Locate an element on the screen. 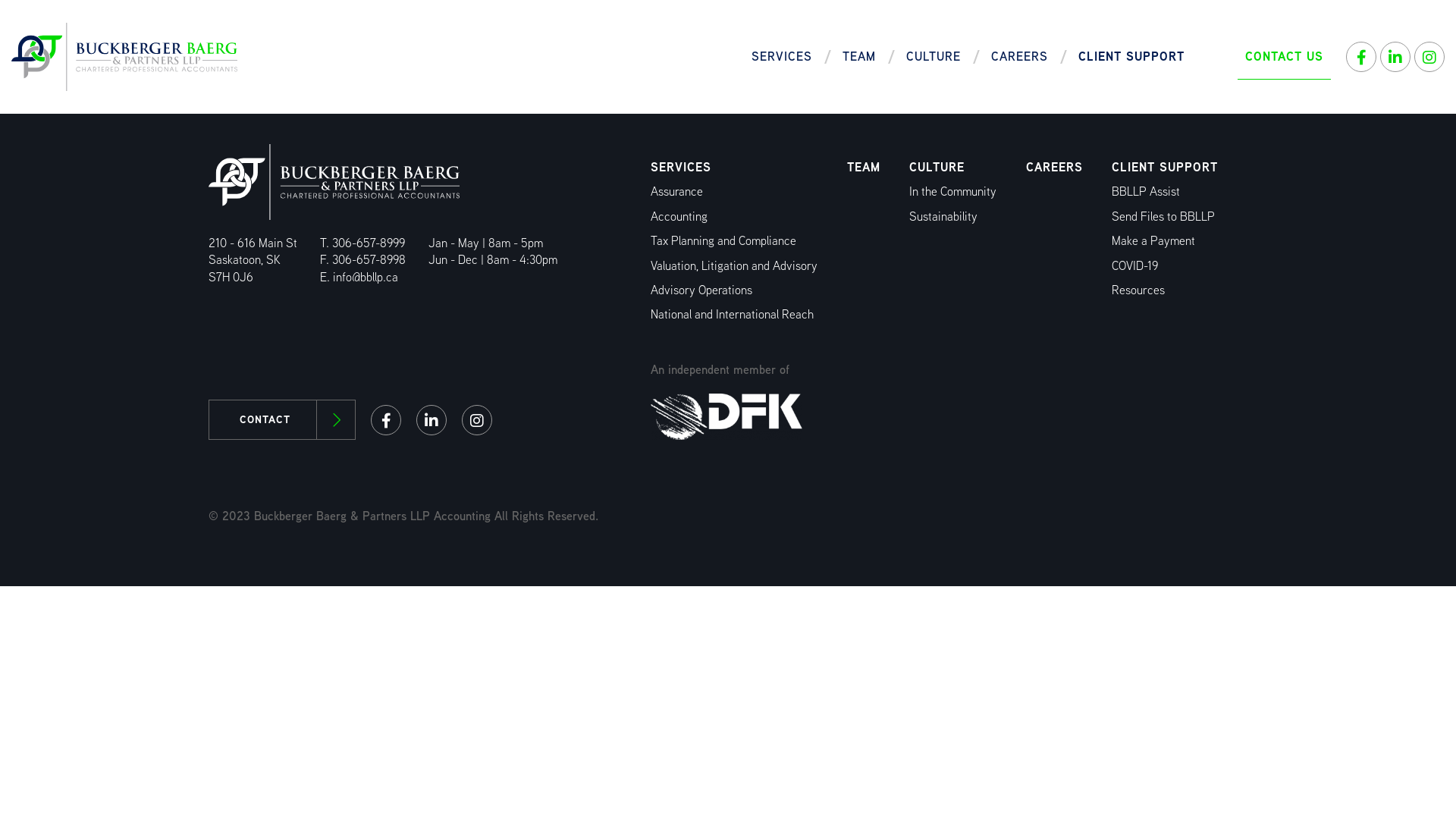 The height and width of the screenshot is (819, 1456). 'BBLLP Assist' is located at coordinates (1146, 190).